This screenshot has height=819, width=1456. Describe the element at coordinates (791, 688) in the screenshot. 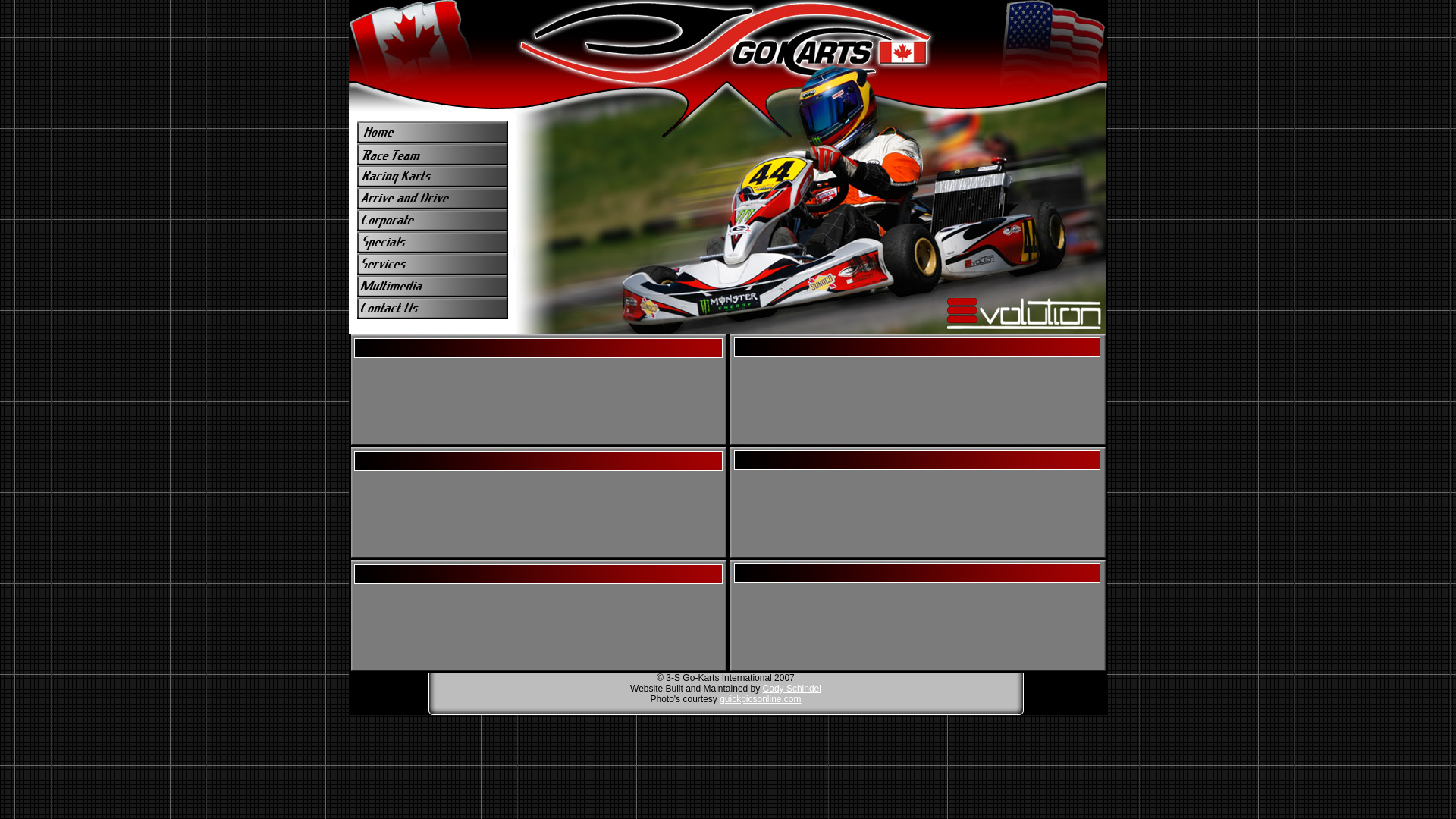

I see `'Cody Schindel'` at that location.